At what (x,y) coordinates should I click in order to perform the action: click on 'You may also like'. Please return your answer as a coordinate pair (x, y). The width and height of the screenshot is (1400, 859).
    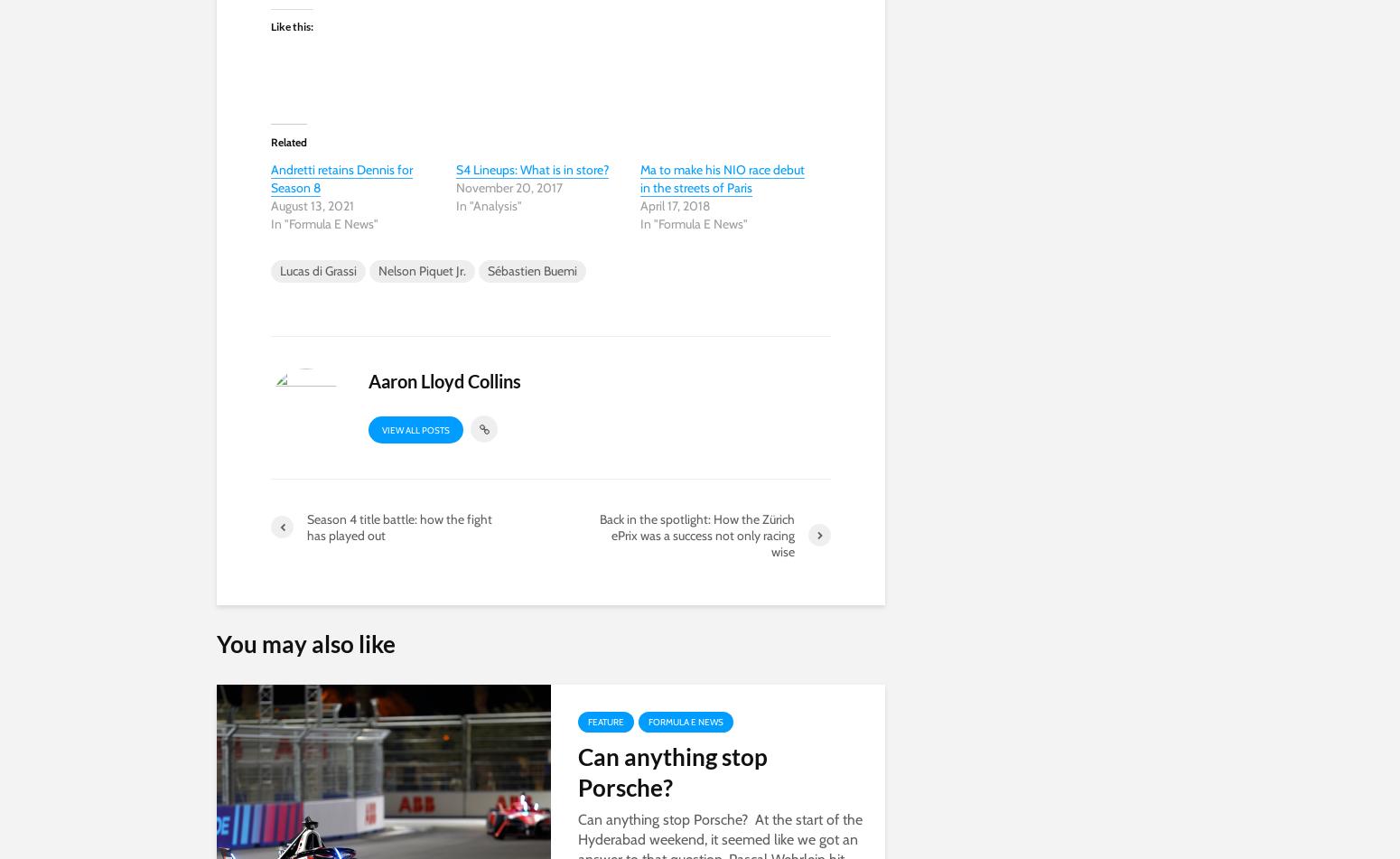
    Looking at the image, I should click on (304, 642).